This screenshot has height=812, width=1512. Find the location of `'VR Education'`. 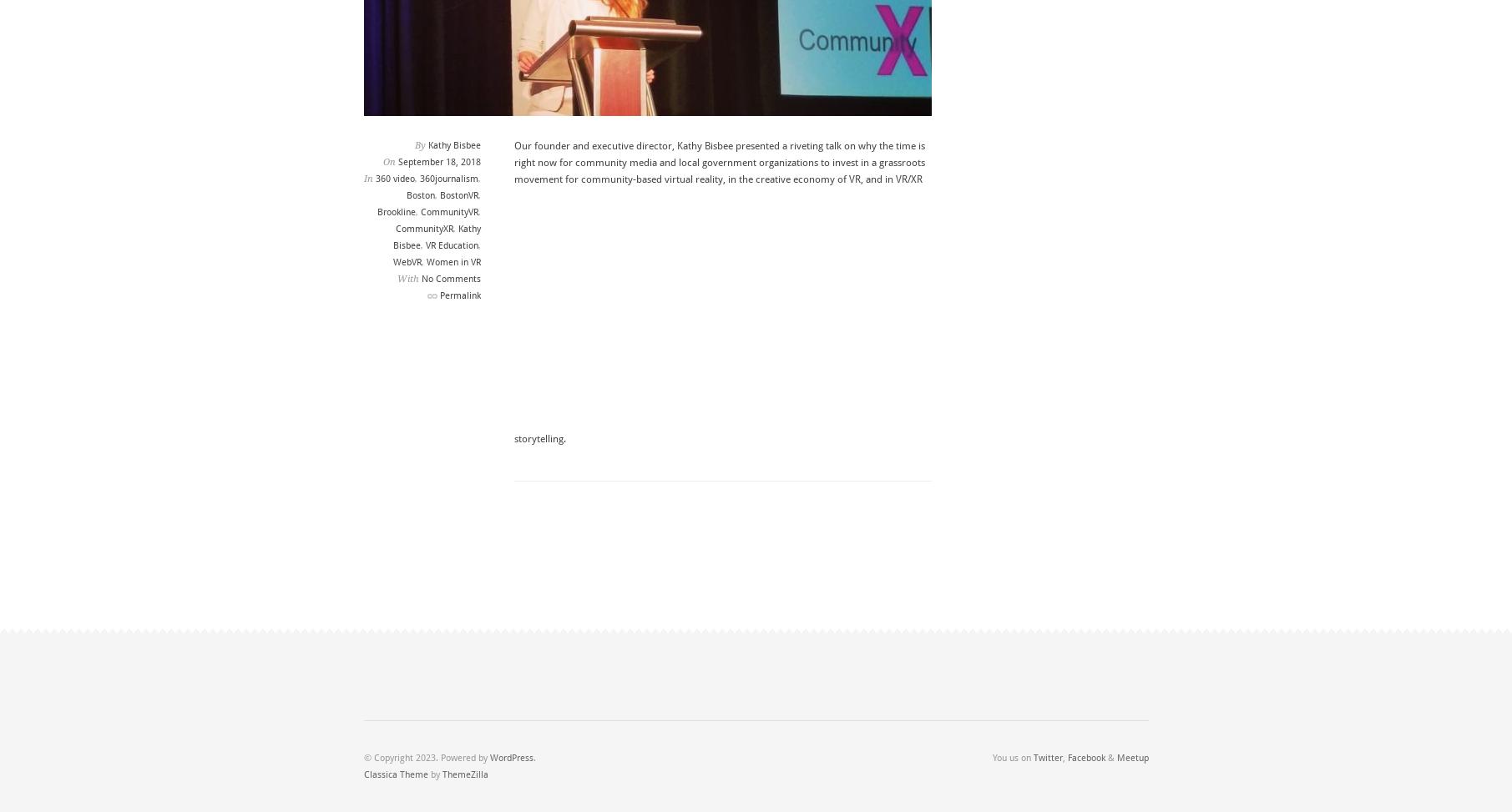

'VR Education' is located at coordinates (450, 245).